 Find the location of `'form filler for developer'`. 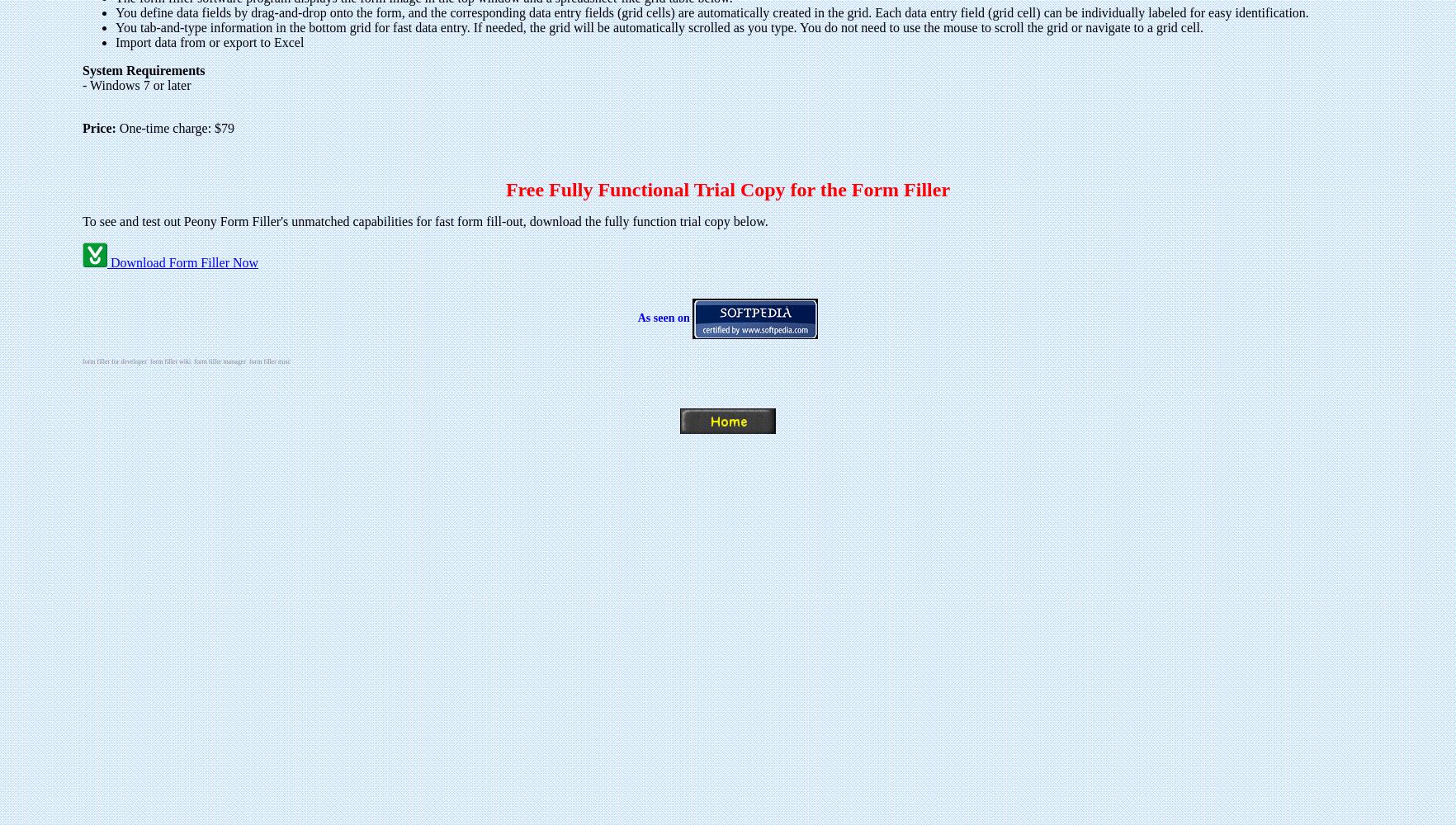

'form filler for developer' is located at coordinates (83, 361).